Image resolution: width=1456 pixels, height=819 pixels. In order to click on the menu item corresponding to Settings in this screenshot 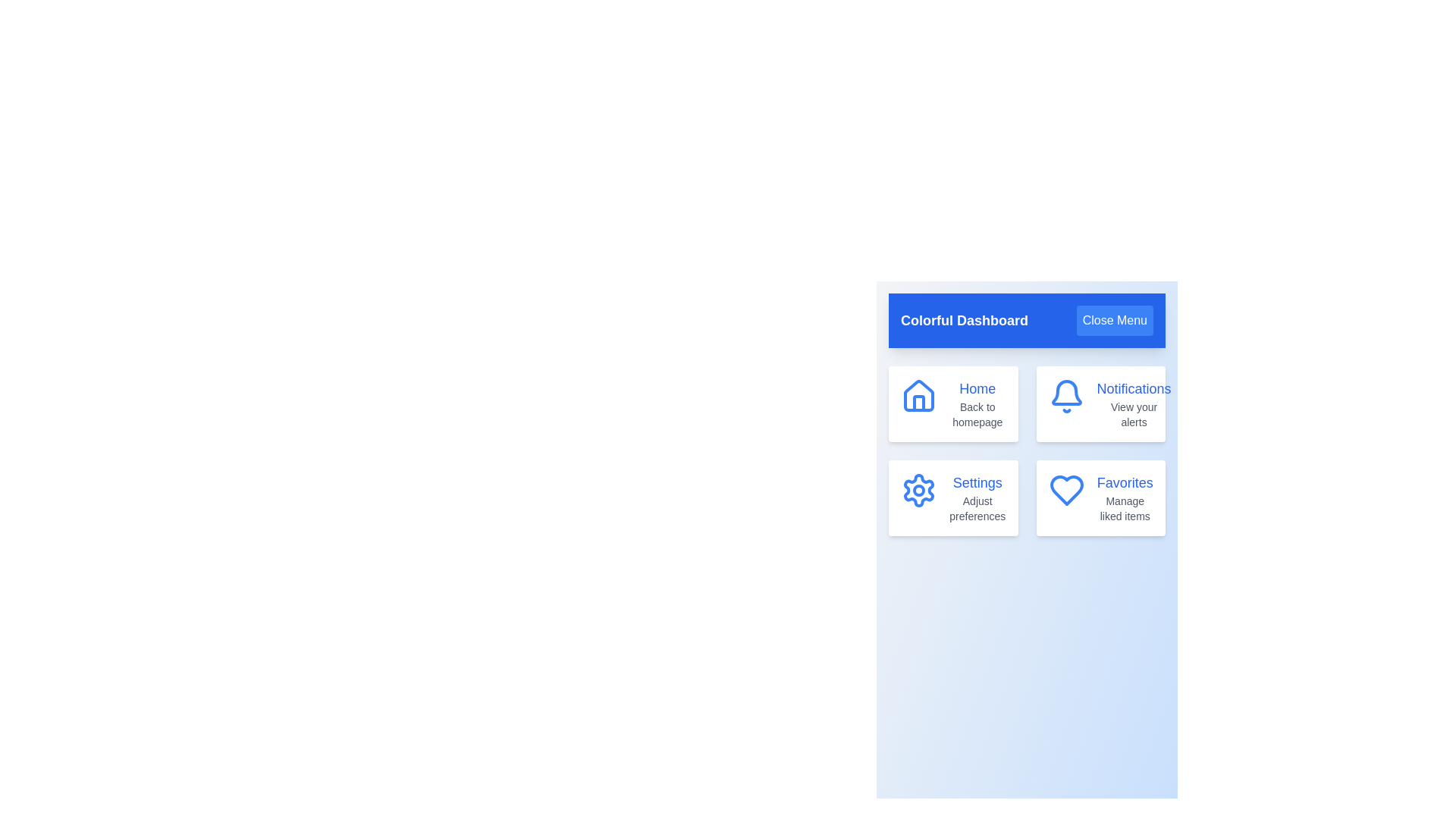, I will do `click(952, 497)`.